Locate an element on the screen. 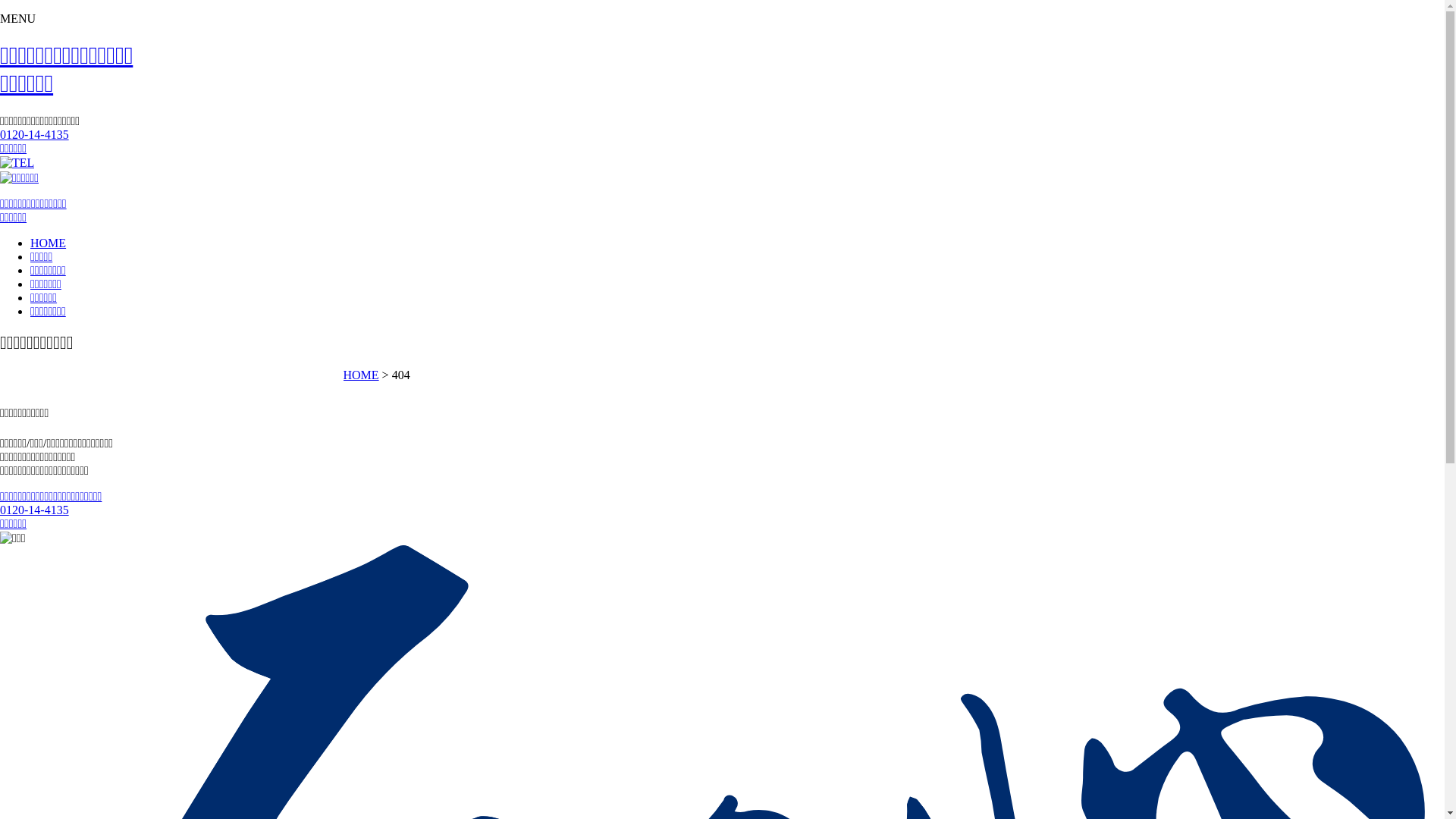 This screenshot has width=1456, height=819. '0120-14-4135' is located at coordinates (34, 133).